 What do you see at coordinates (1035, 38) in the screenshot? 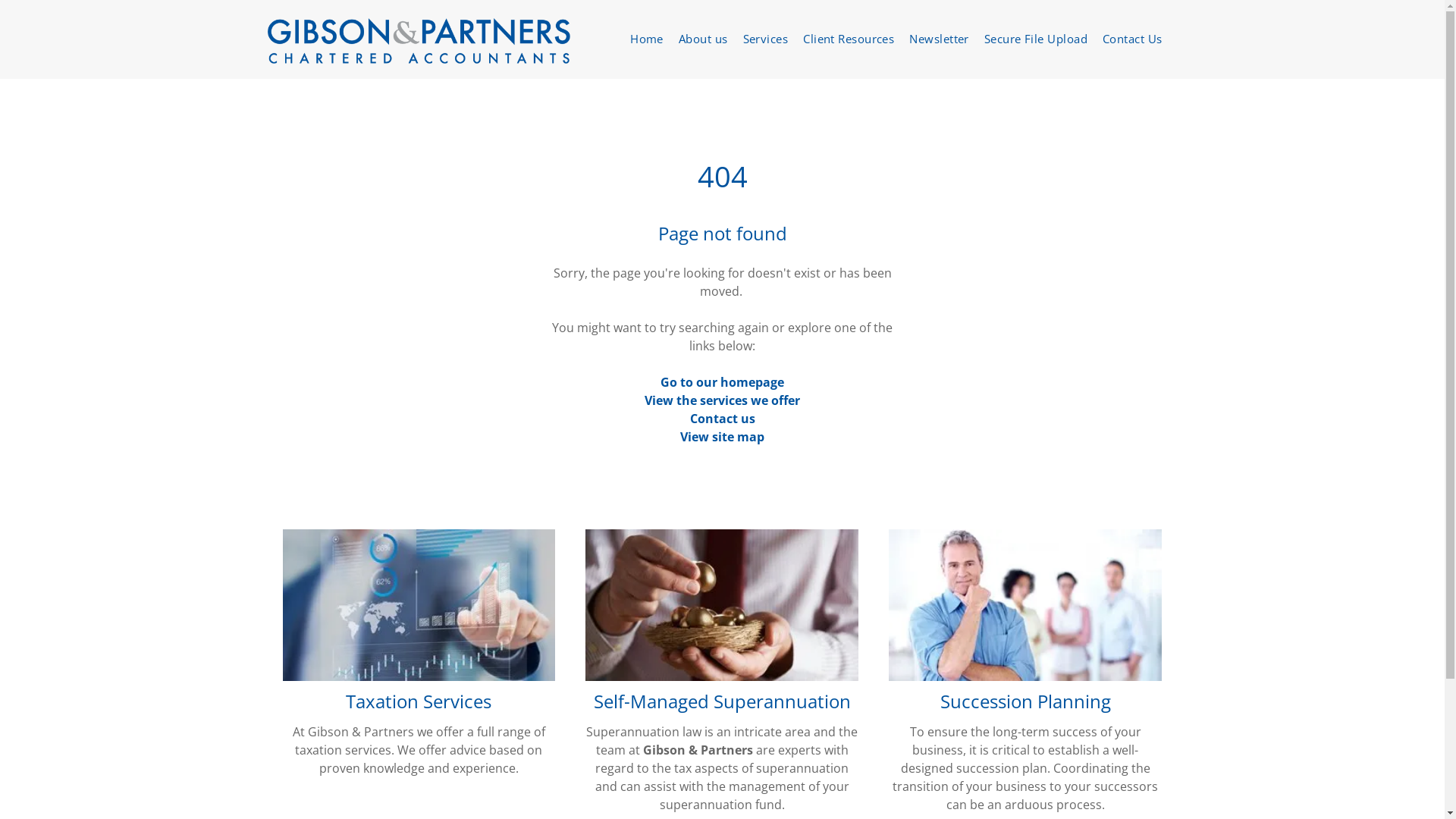
I see `'Secure File Upload'` at bounding box center [1035, 38].